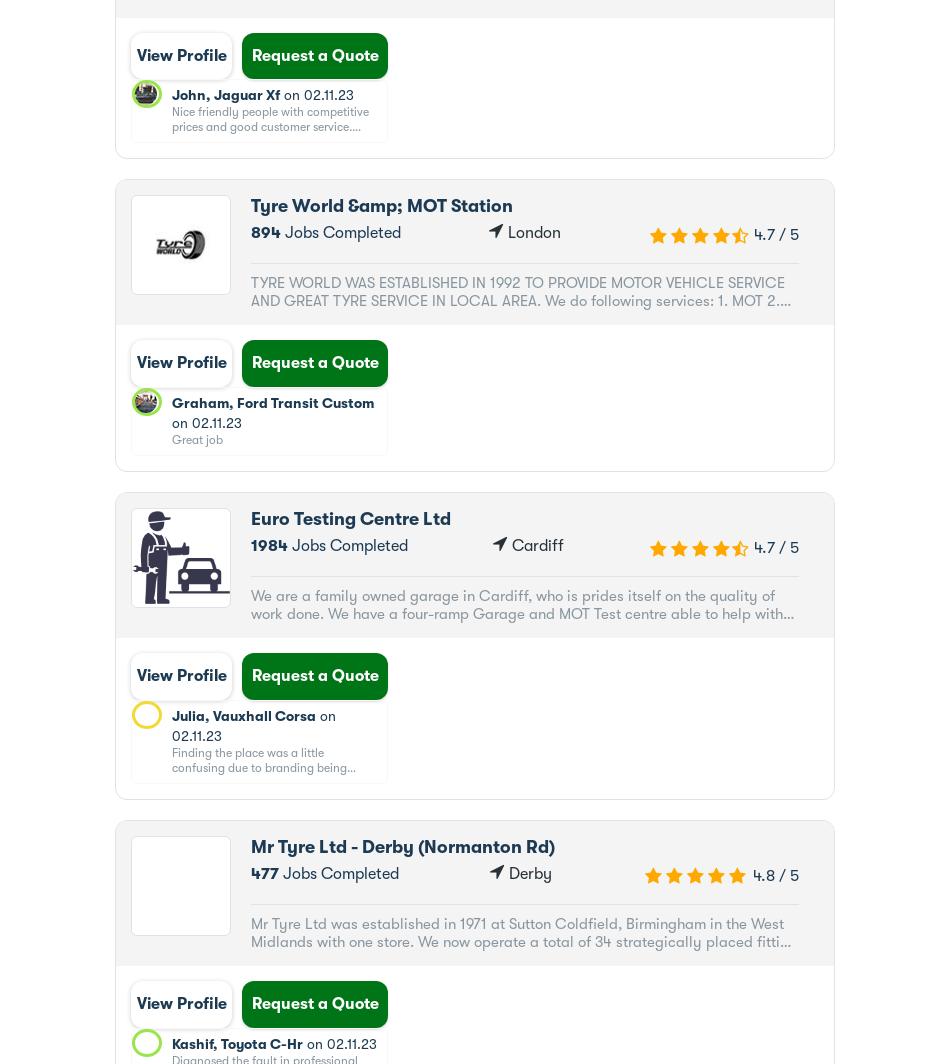 The height and width of the screenshot is (1064, 950). What do you see at coordinates (530, 873) in the screenshot?
I see `'Derby'` at bounding box center [530, 873].